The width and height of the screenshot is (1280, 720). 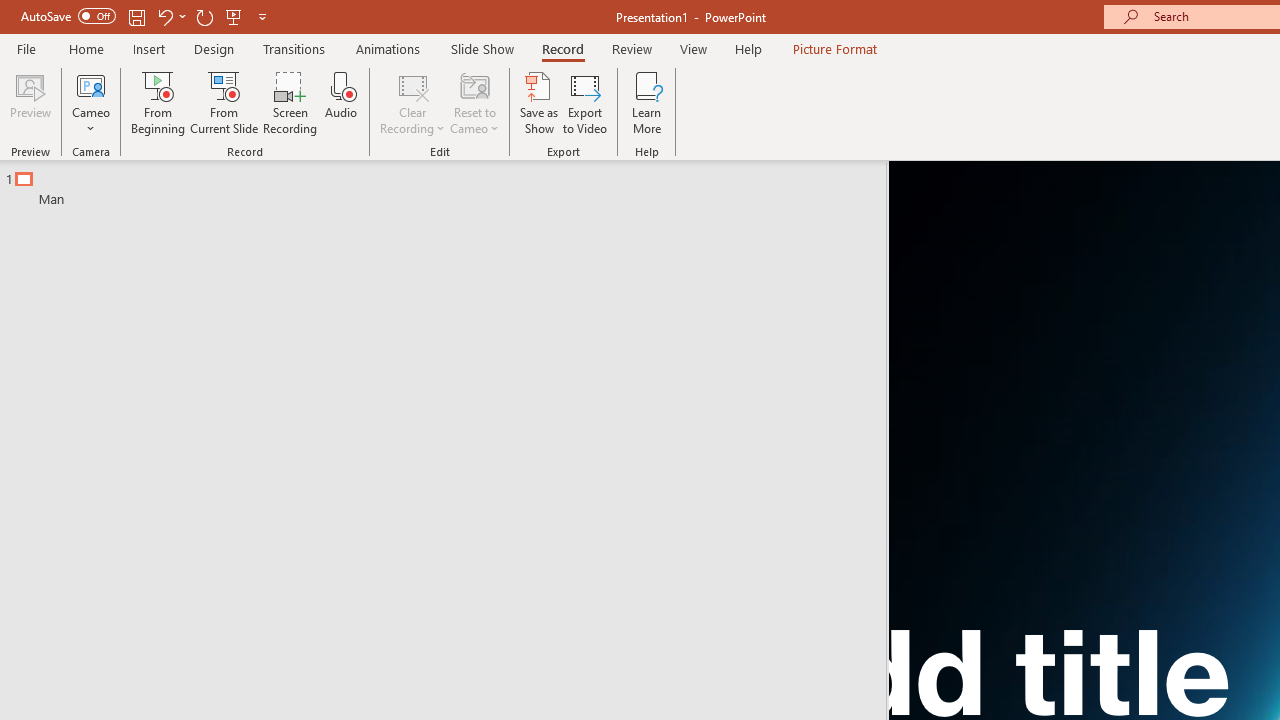 What do you see at coordinates (214, 48) in the screenshot?
I see `'Design'` at bounding box center [214, 48].